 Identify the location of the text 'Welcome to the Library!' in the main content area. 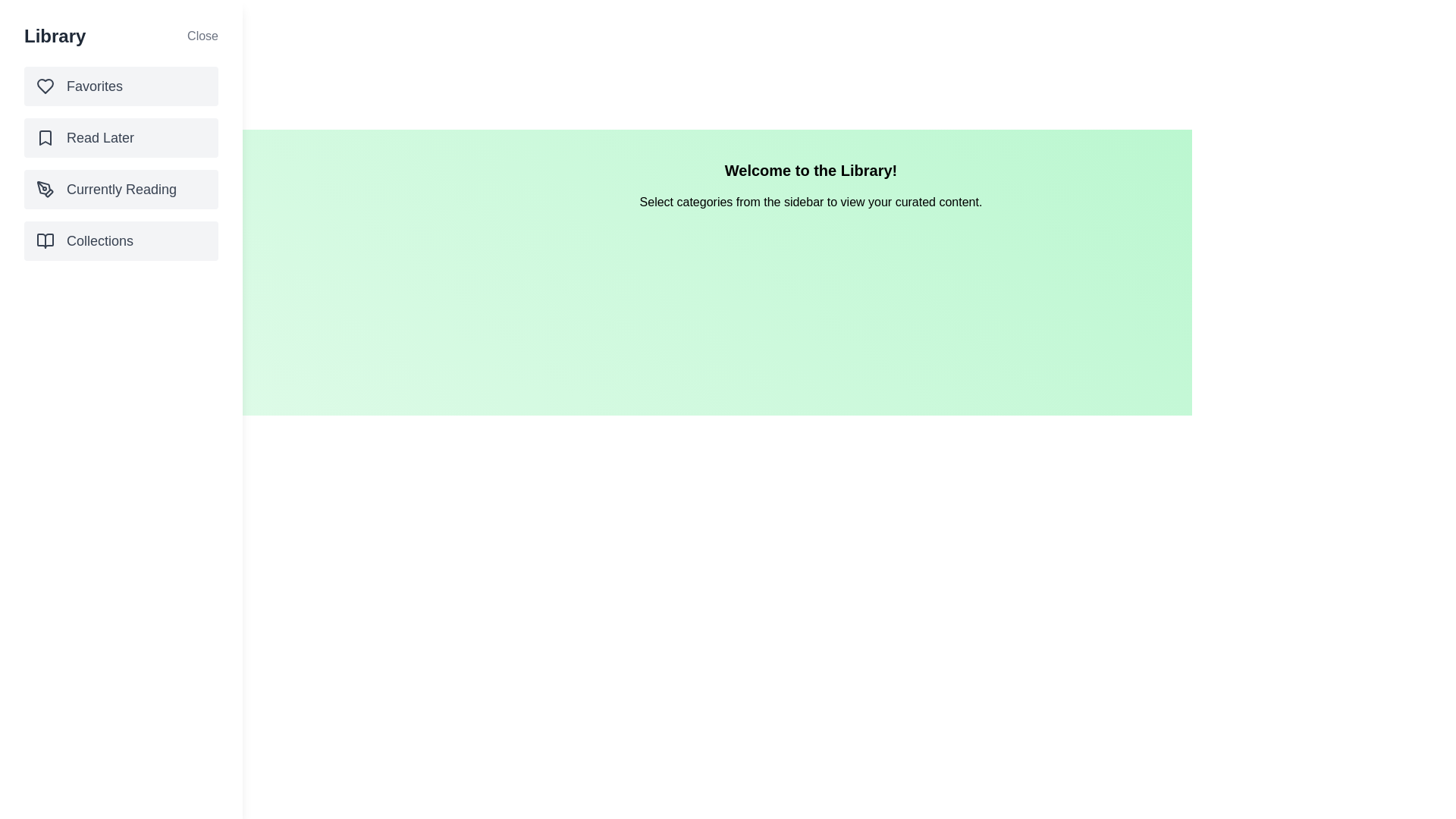
(810, 170).